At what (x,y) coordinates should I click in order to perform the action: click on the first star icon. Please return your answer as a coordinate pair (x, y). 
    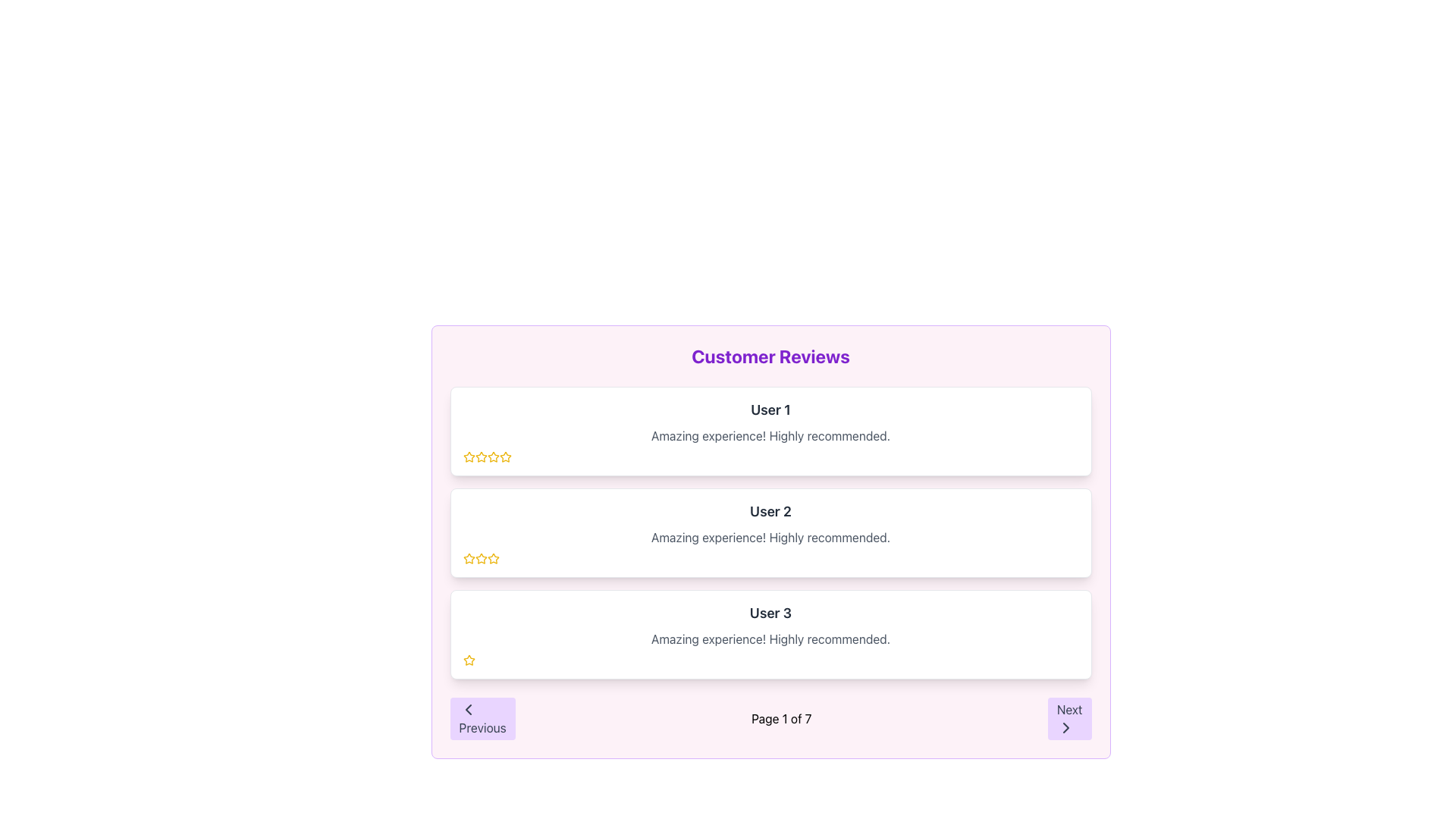
    Looking at the image, I should click on (480, 456).